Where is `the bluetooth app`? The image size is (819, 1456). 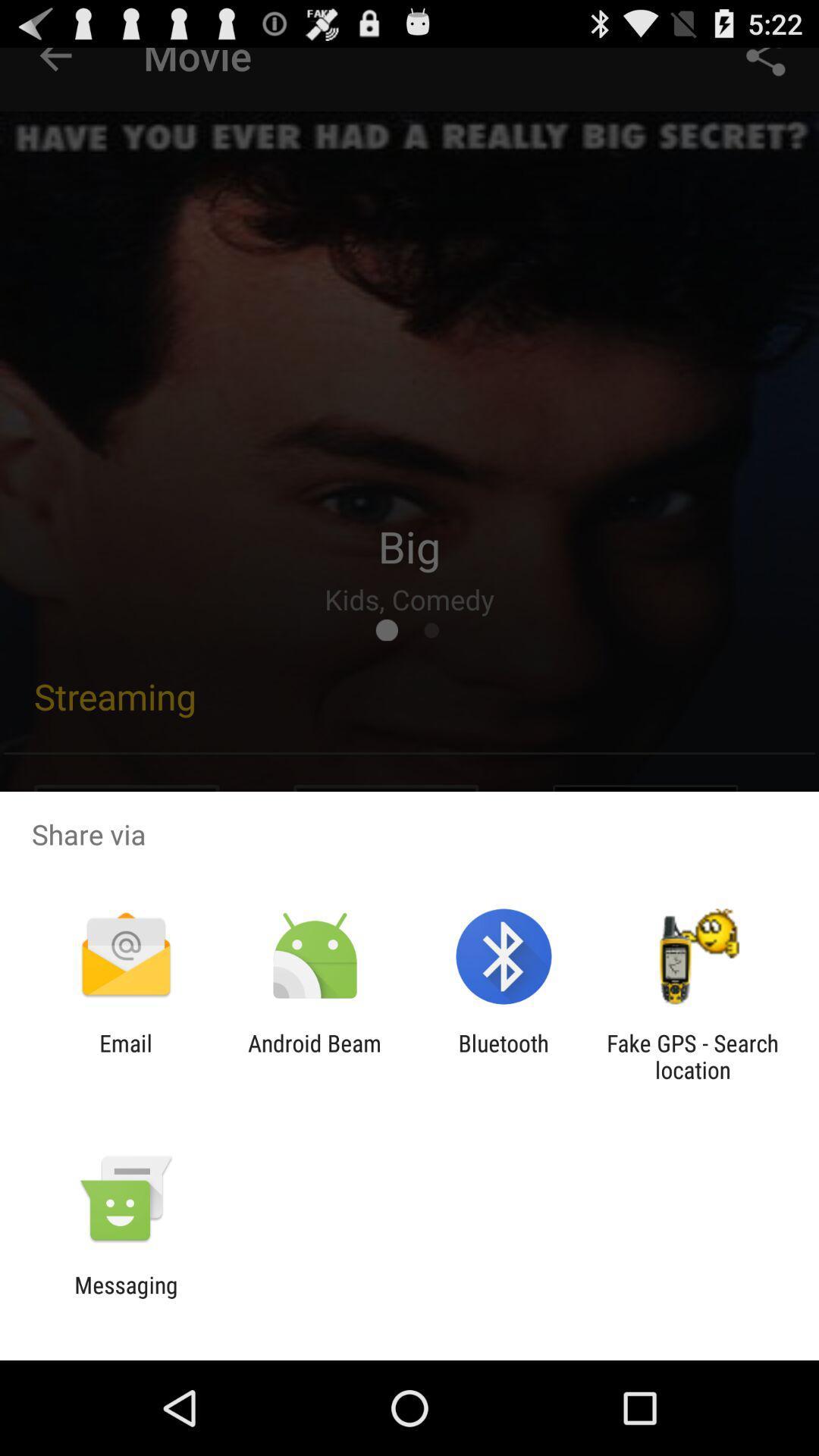
the bluetooth app is located at coordinates (504, 1056).